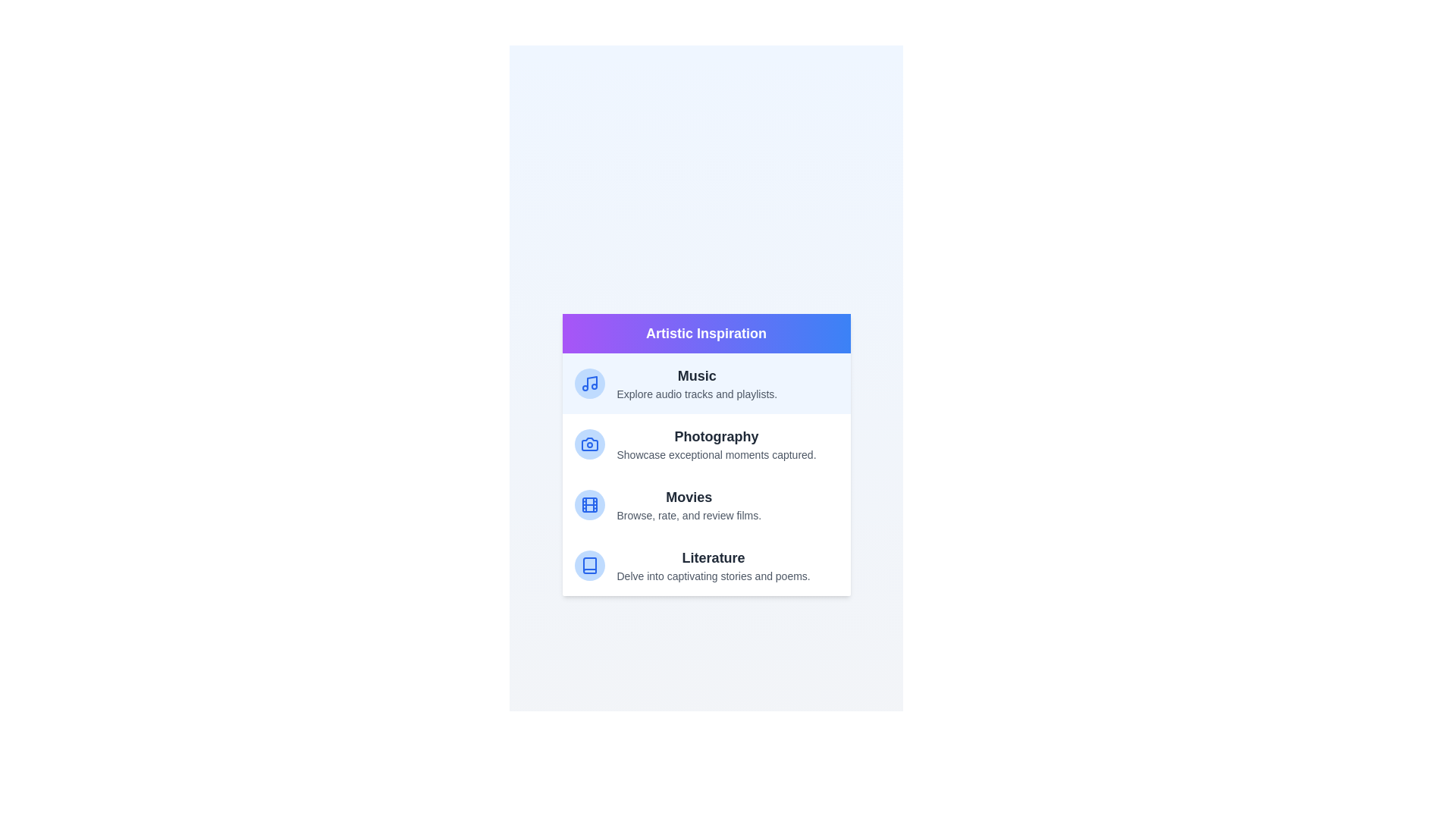 This screenshot has width=1456, height=819. I want to click on the category Movies to read its description, so click(705, 505).